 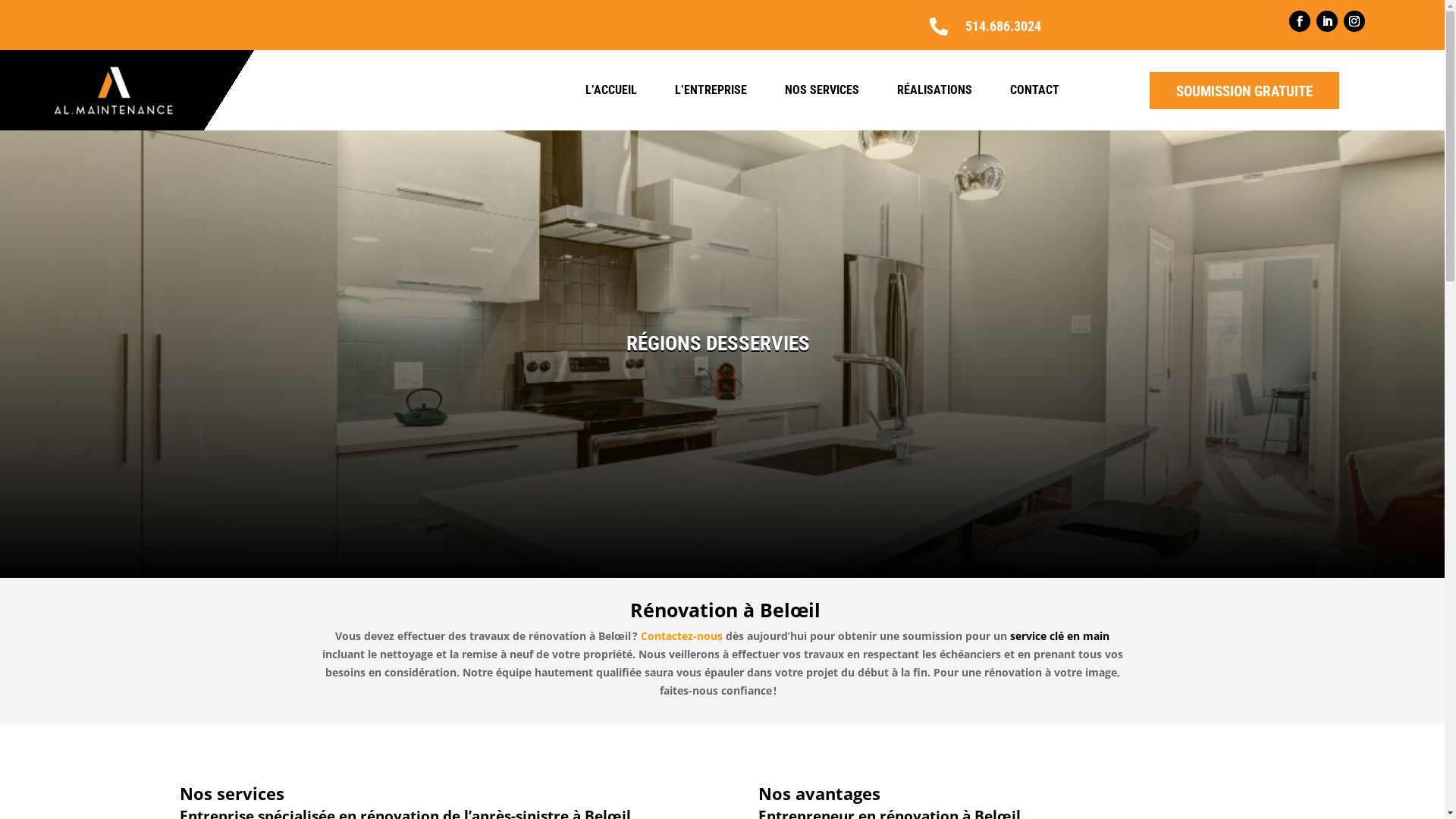 I want to click on '514.686.3024', so click(x=1003, y=26).